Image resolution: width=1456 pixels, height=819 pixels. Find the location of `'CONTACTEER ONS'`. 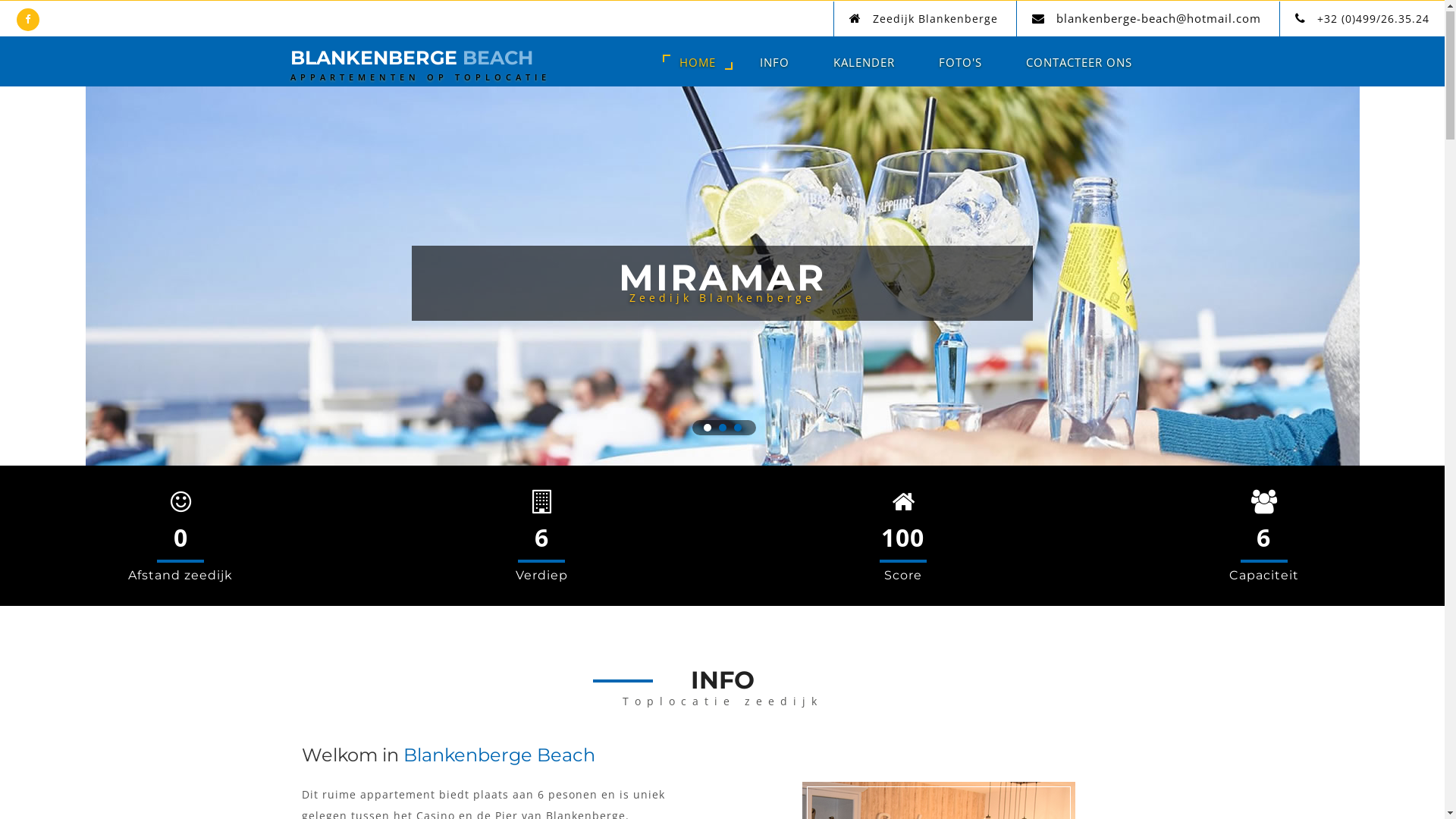

'CONTACTEER ONS' is located at coordinates (1078, 62).